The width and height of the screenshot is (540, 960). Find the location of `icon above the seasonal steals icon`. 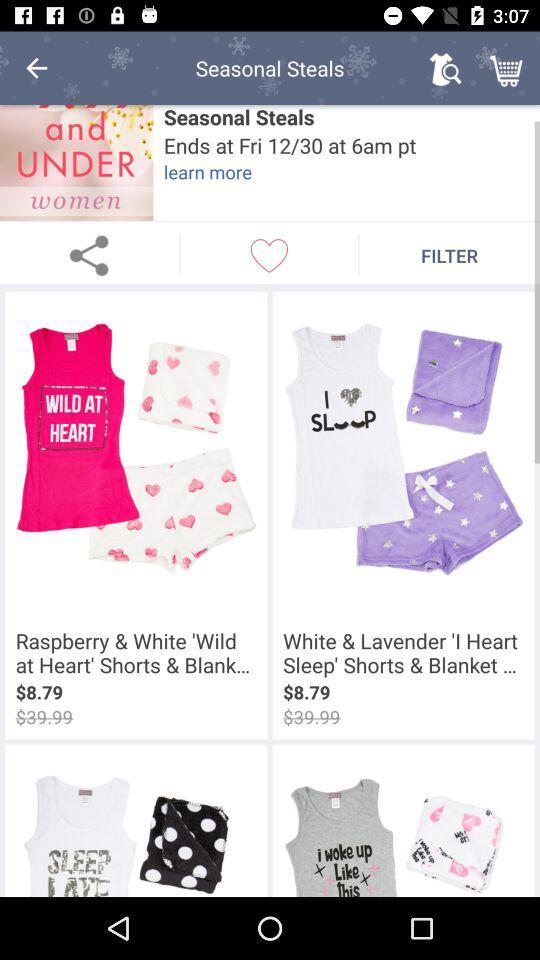

icon above the seasonal steals icon is located at coordinates (445, 68).